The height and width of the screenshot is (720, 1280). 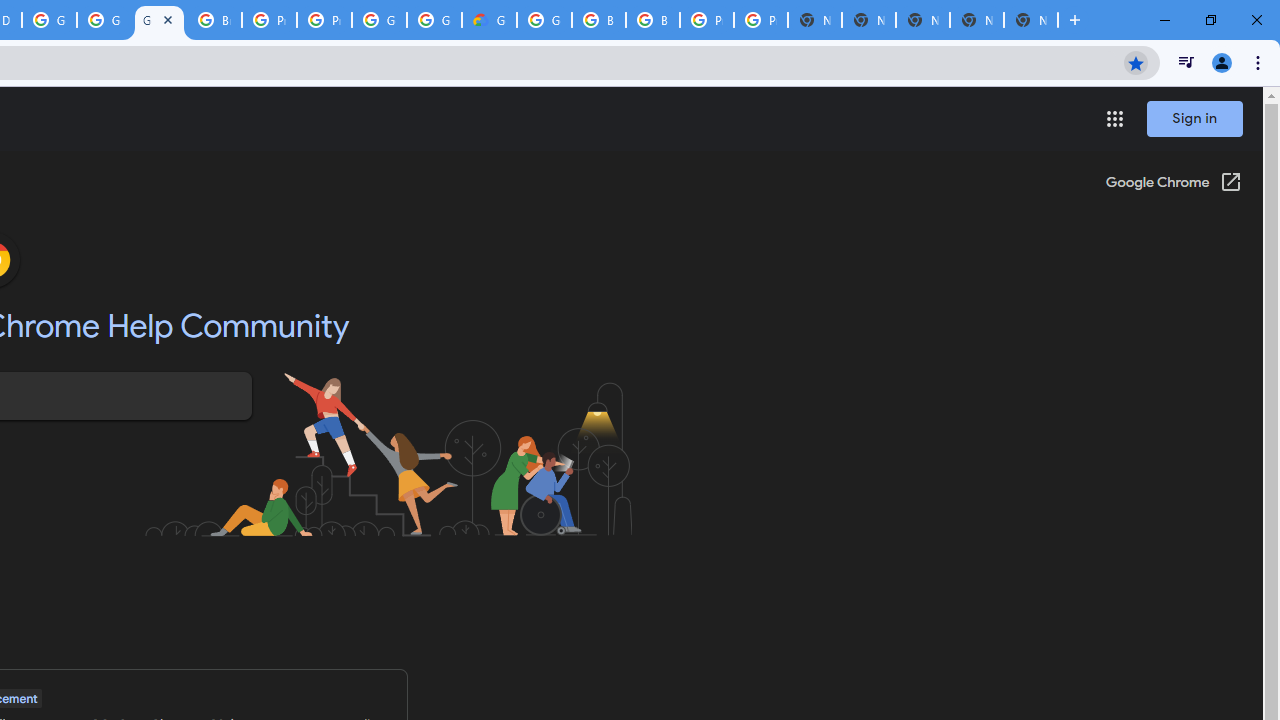 What do you see at coordinates (433, 20) in the screenshot?
I see `'Google Cloud Platform'` at bounding box center [433, 20].